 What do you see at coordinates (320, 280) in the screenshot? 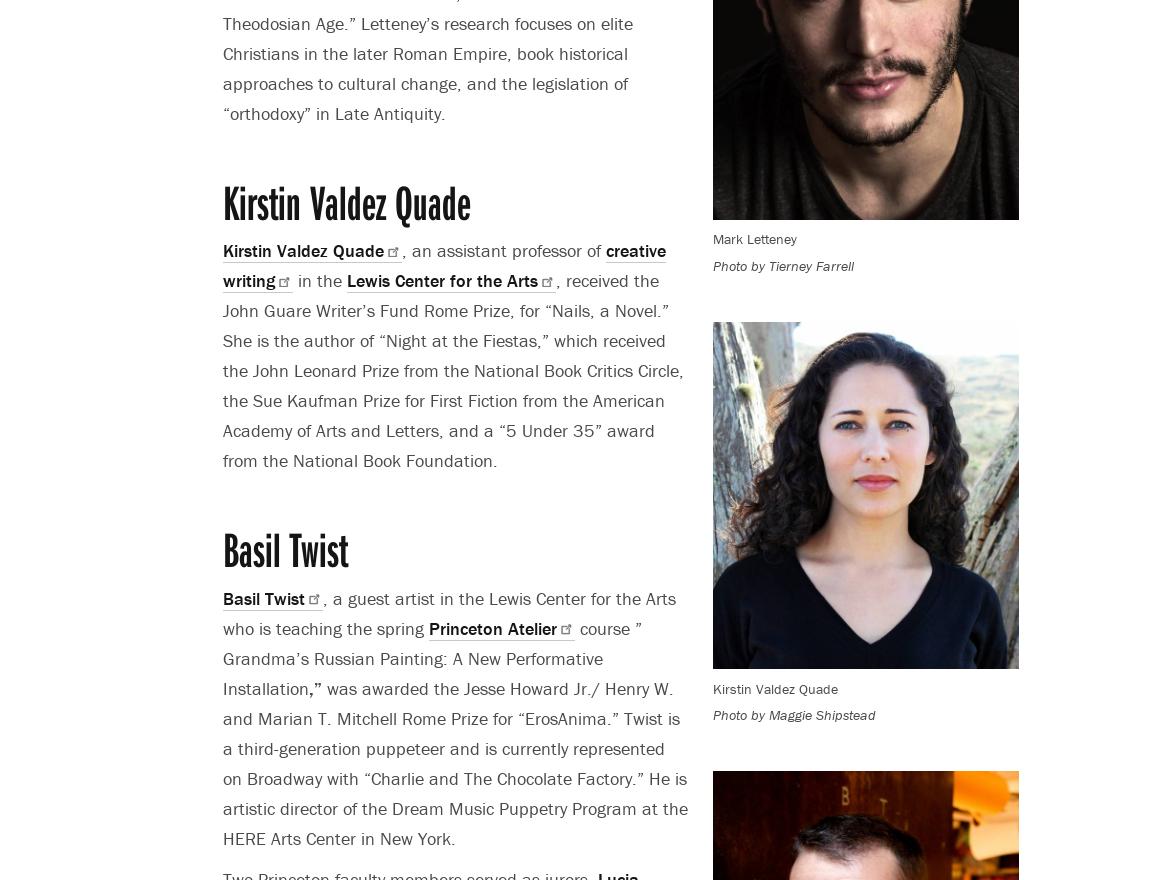
I see `'in the'` at bounding box center [320, 280].